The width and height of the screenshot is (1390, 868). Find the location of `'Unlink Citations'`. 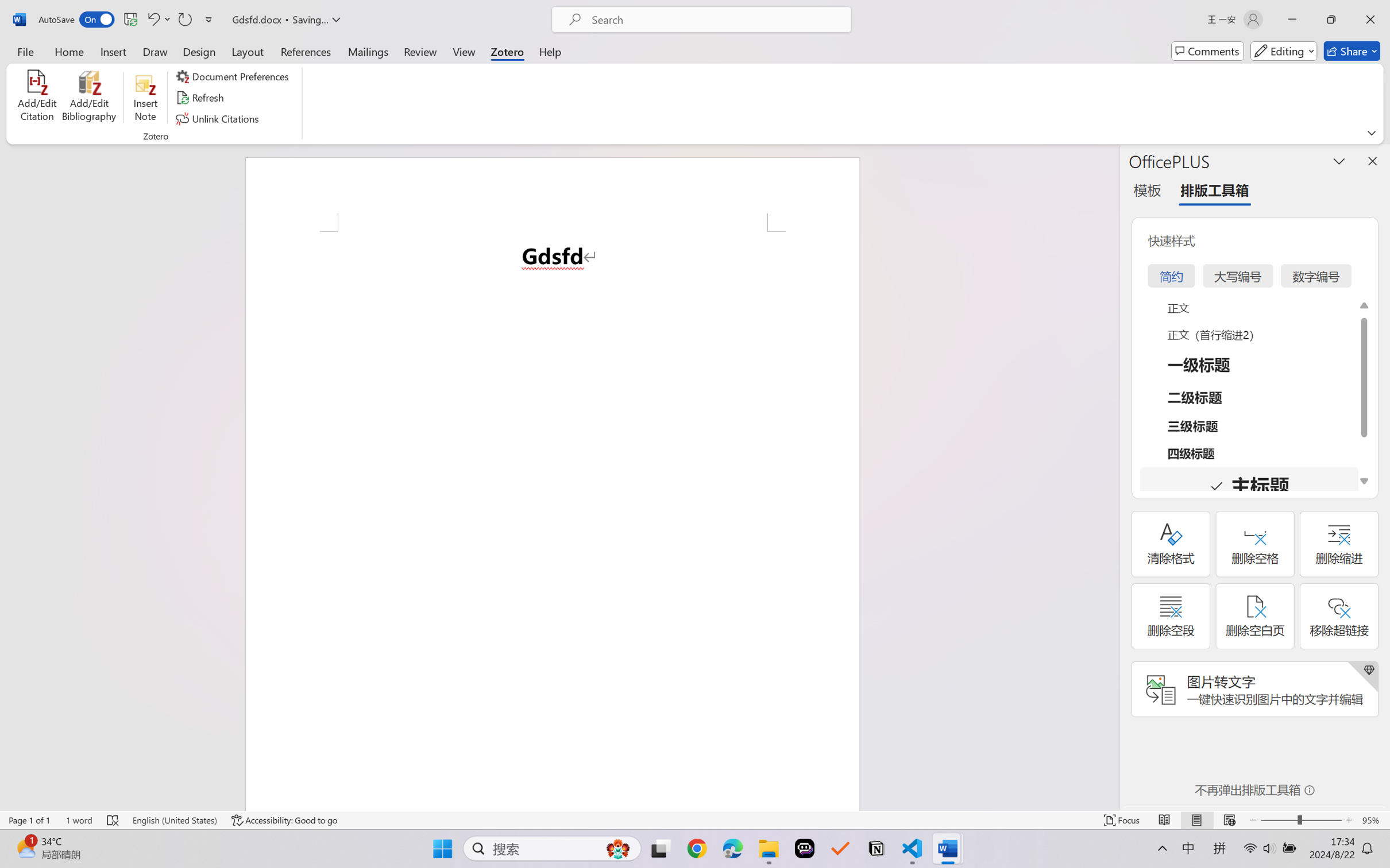

'Unlink Citations' is located at coordinates (218, 119).